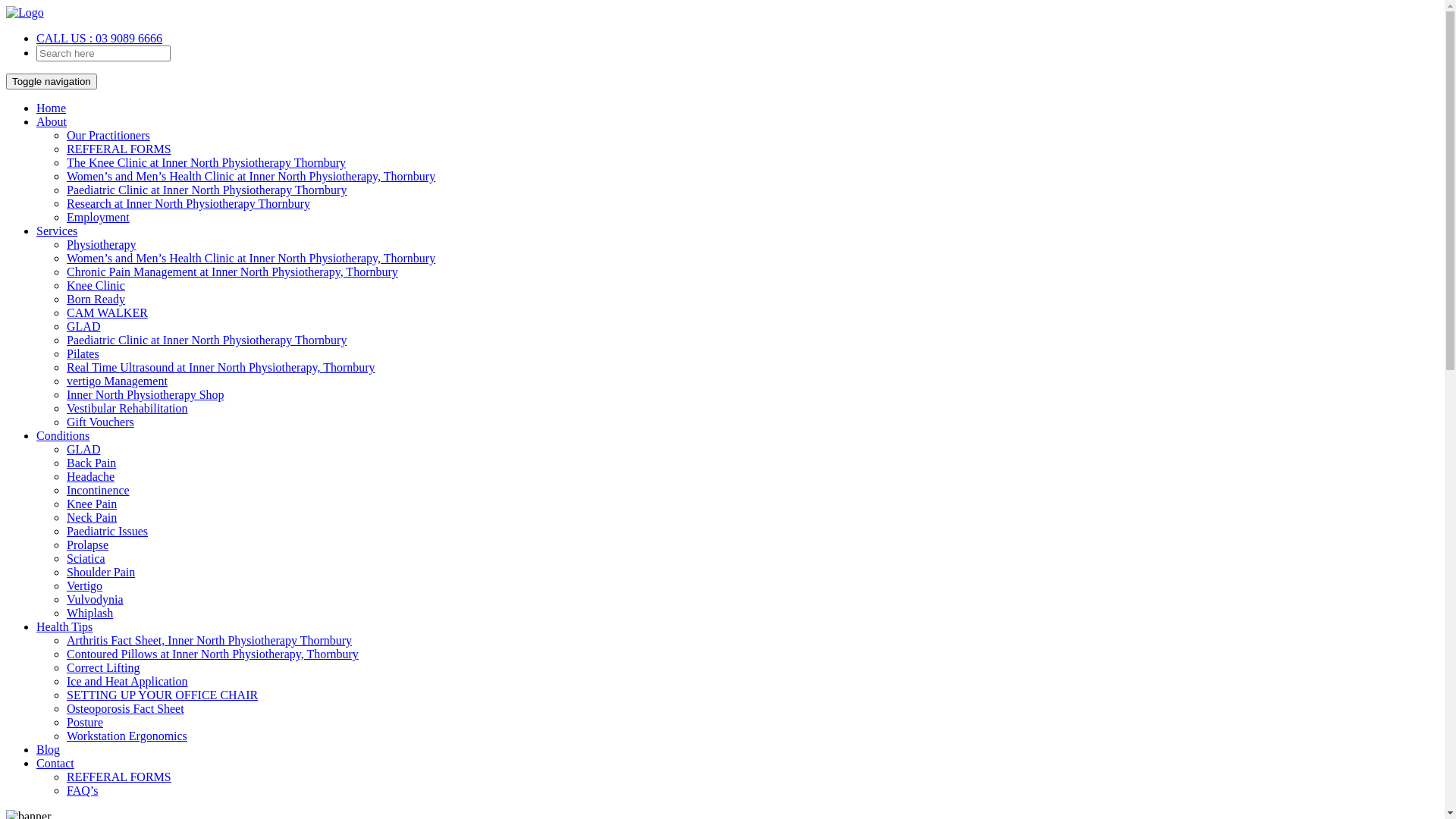  I want to click on 'Shoulder Pain', so click(65, 572).